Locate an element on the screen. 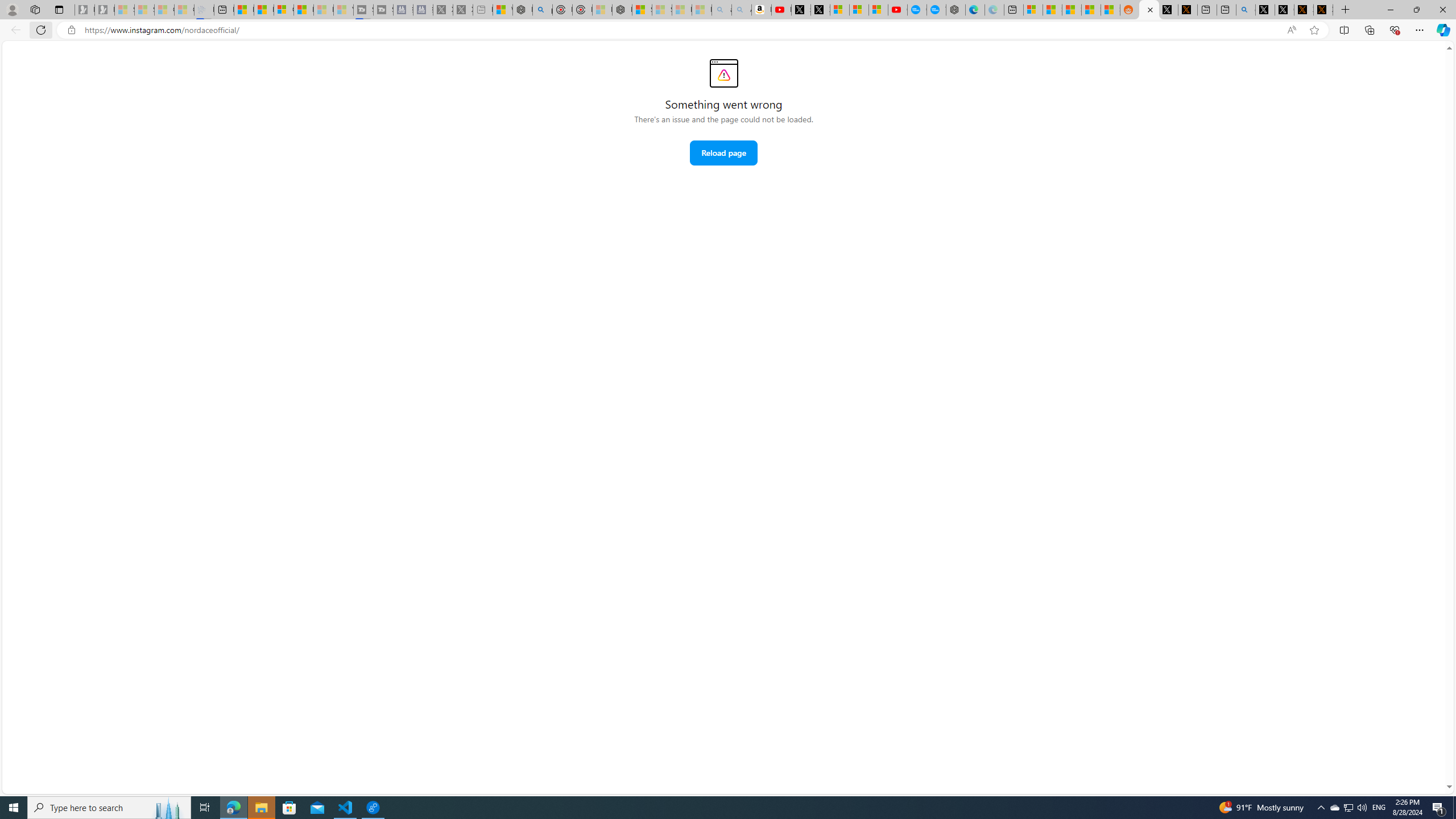  'Shanghai, China Weather trends | Microsoft Weather' is located at coordinates (1110, 9).